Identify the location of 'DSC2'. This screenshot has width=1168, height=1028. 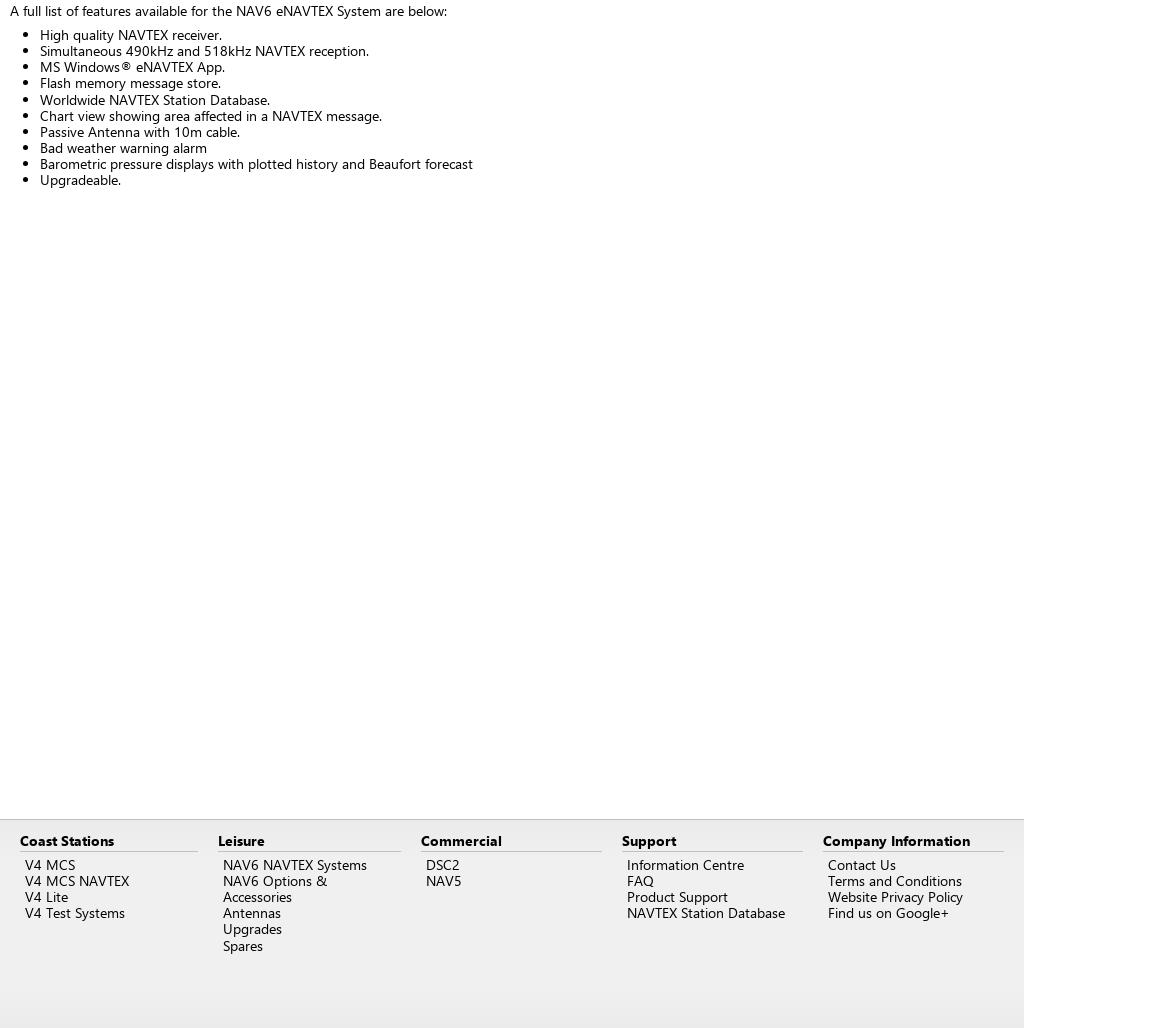
(443, 863).